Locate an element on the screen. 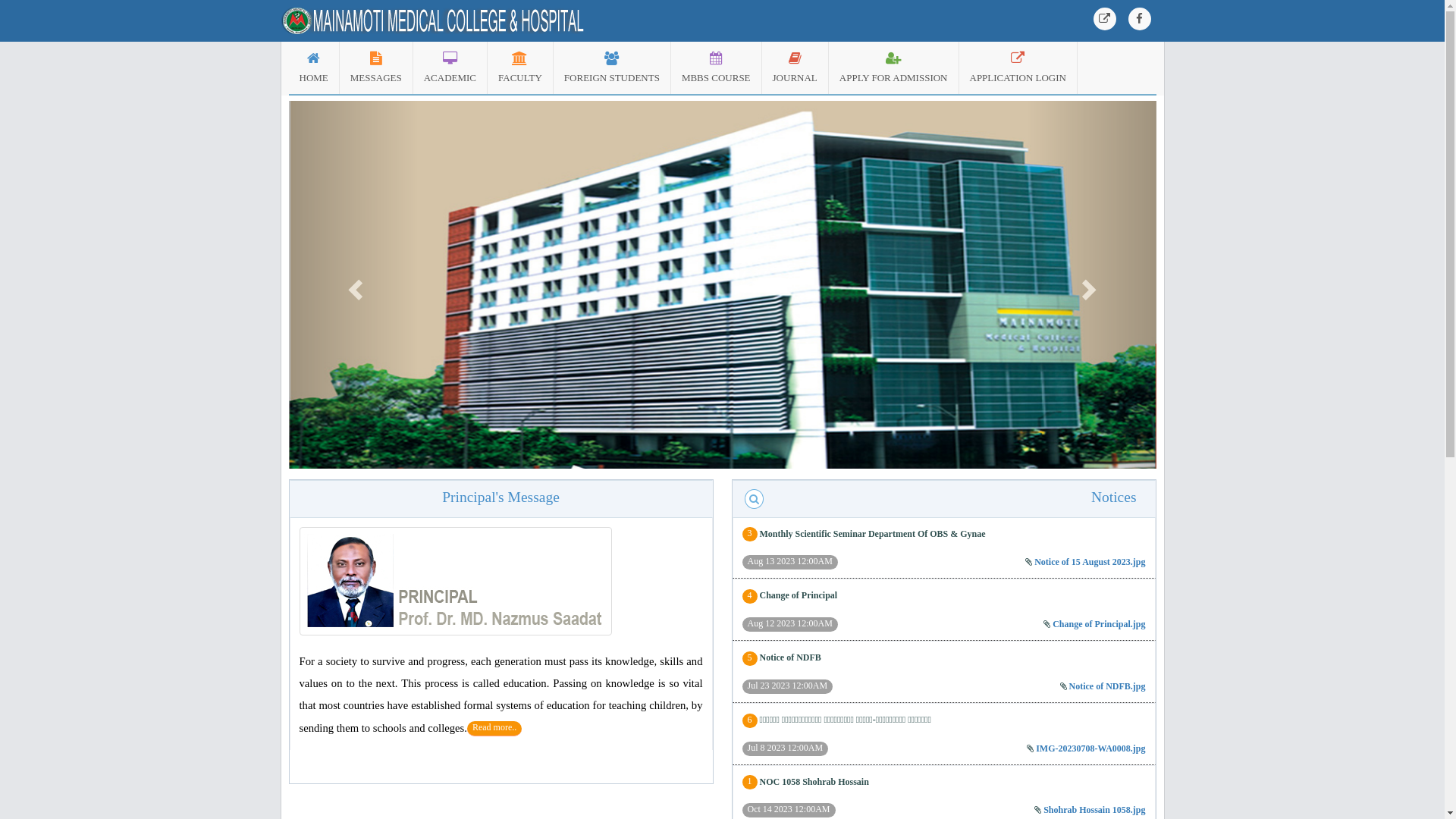  'IMG-20230708-WA0008.jpg' is located at coordinates (1090, 748).